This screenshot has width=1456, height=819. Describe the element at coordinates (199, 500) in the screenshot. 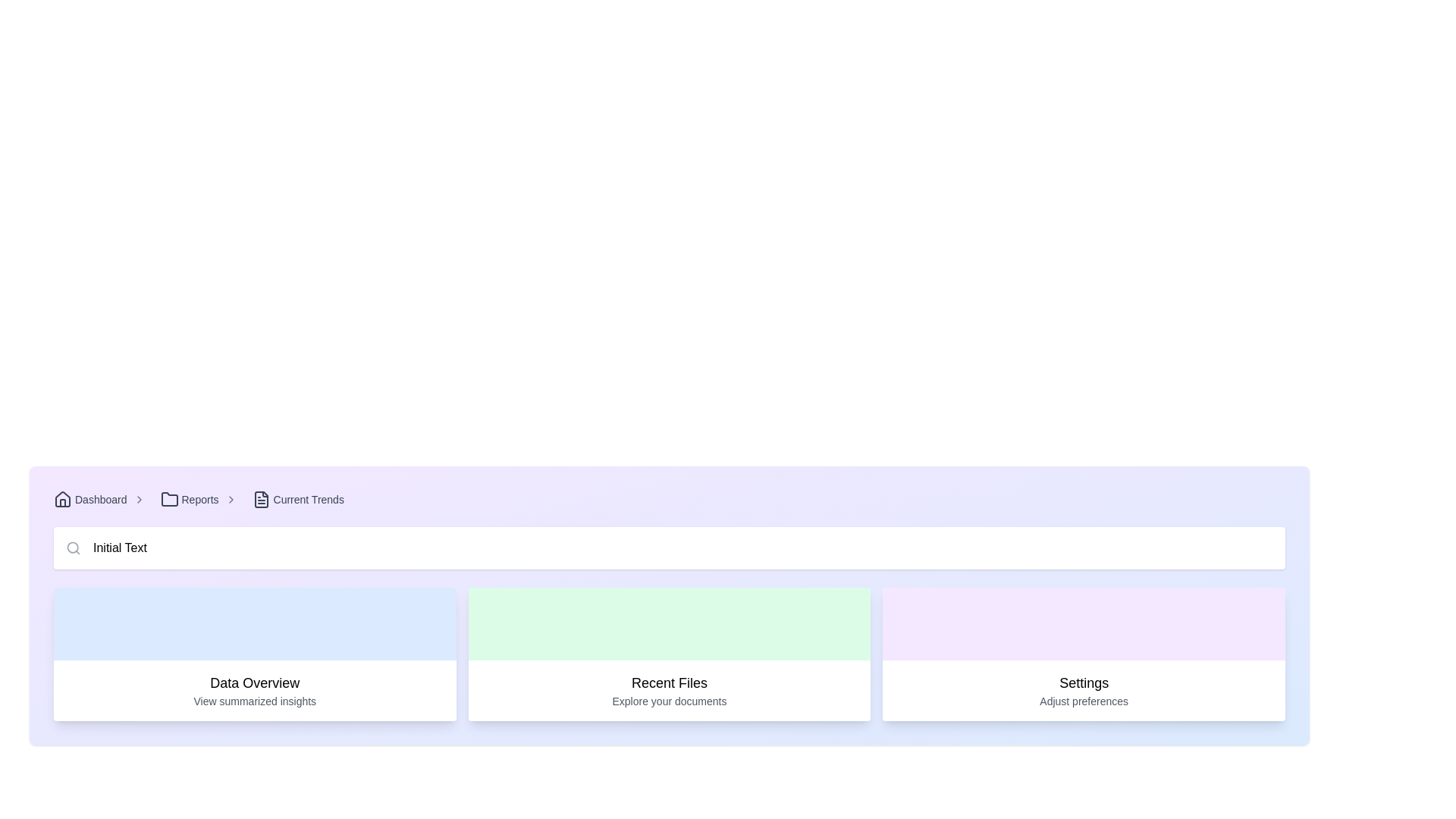

I see `the static text label 'Reports' in the breadcrumb navigation bar, which is styled in a lighter shade of purple and positioned between 'Dashboard' and 'Current Trends'` at that location.